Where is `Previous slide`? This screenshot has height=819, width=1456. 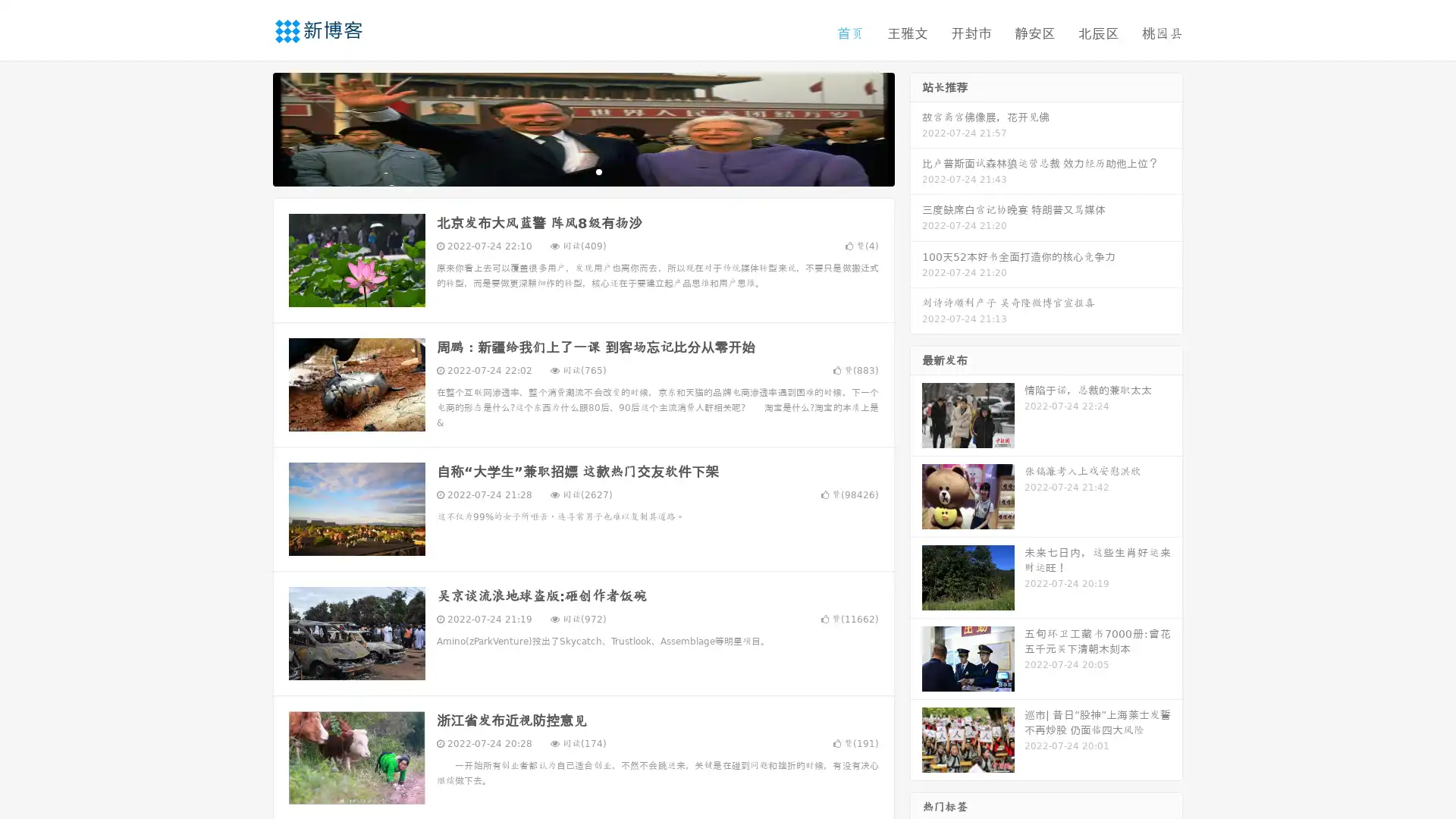 Previous slide is located at coordinates (250, 127).